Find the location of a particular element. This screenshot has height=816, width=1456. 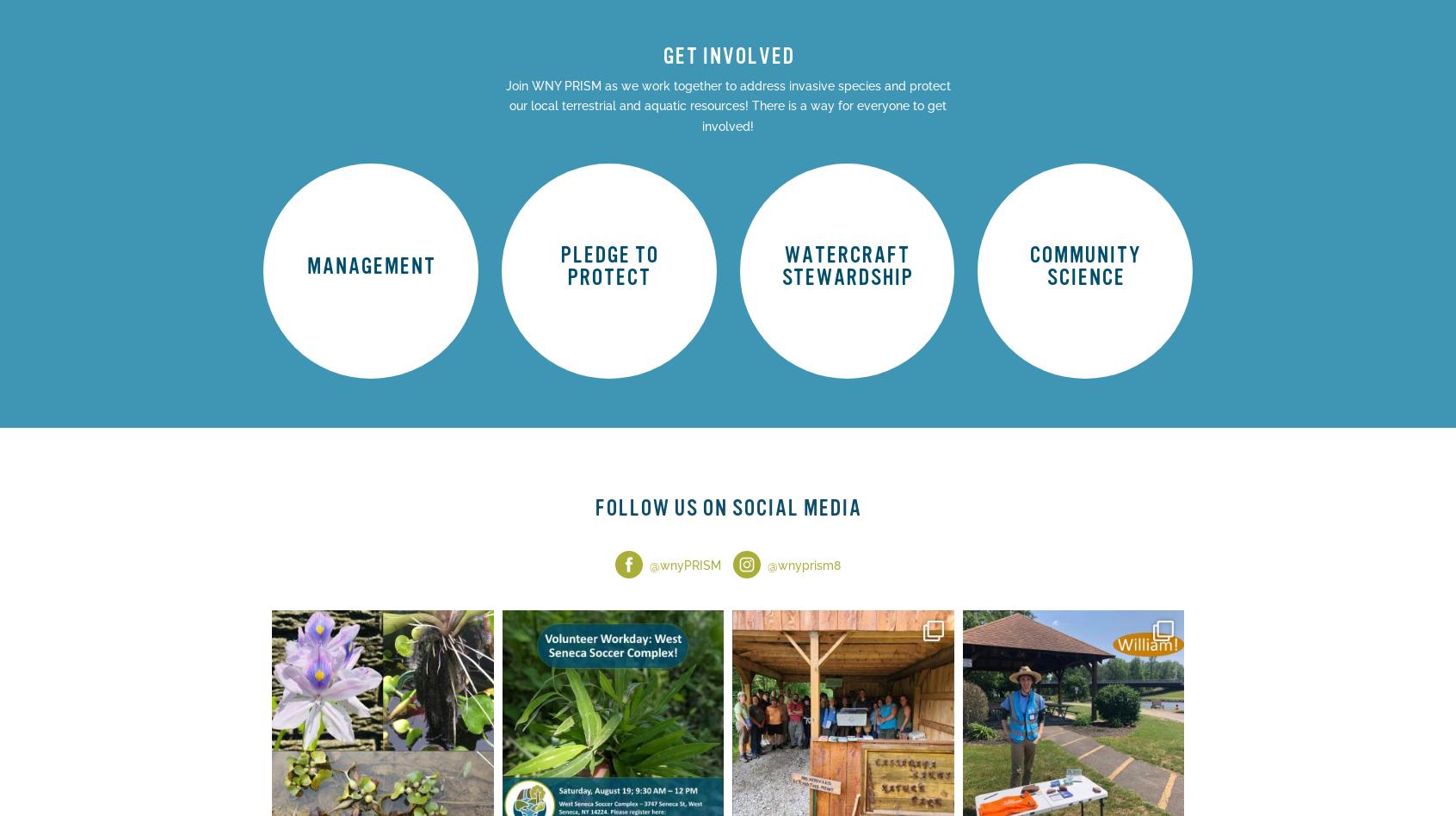

'There is a lot to consider when managing your land – get started here!' is located at coordinates (368, 246).